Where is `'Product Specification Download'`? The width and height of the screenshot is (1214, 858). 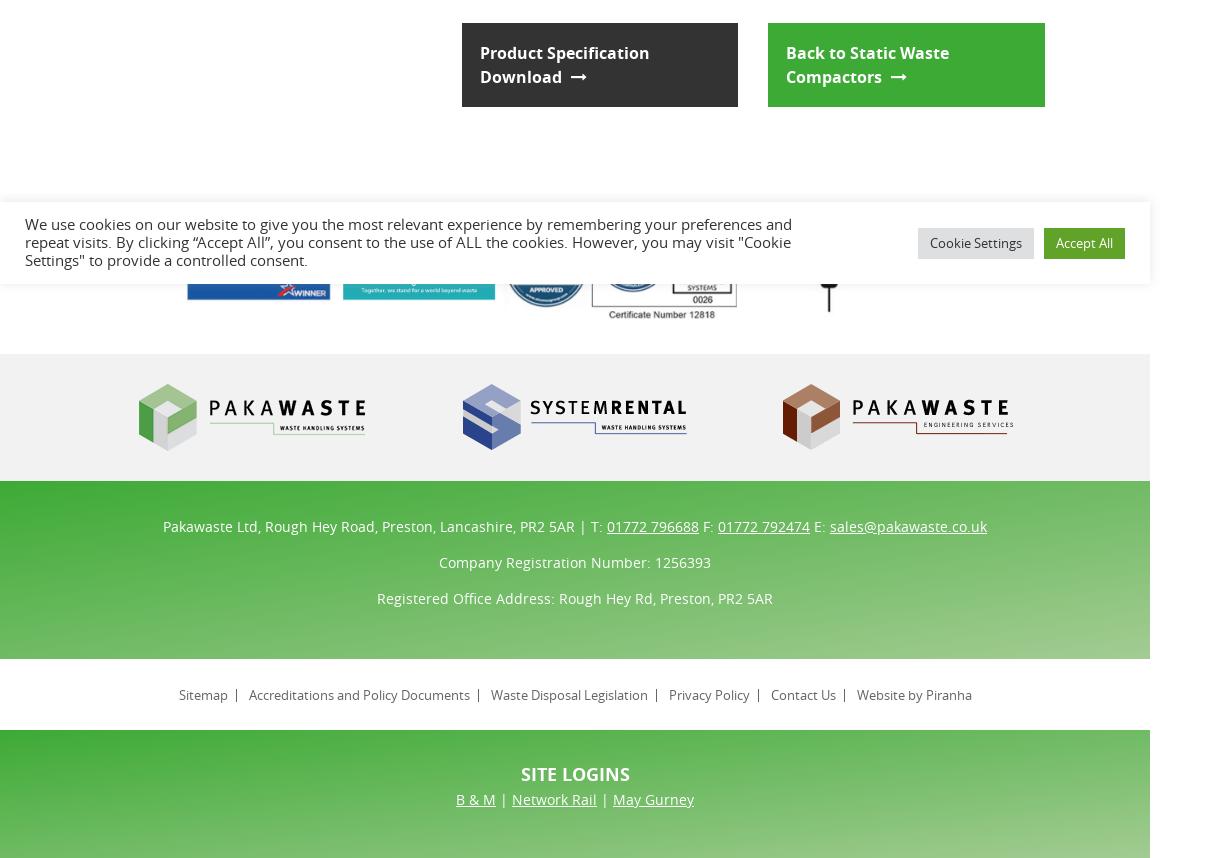
'Product Specification Download' is located at coordinates (564, 63).